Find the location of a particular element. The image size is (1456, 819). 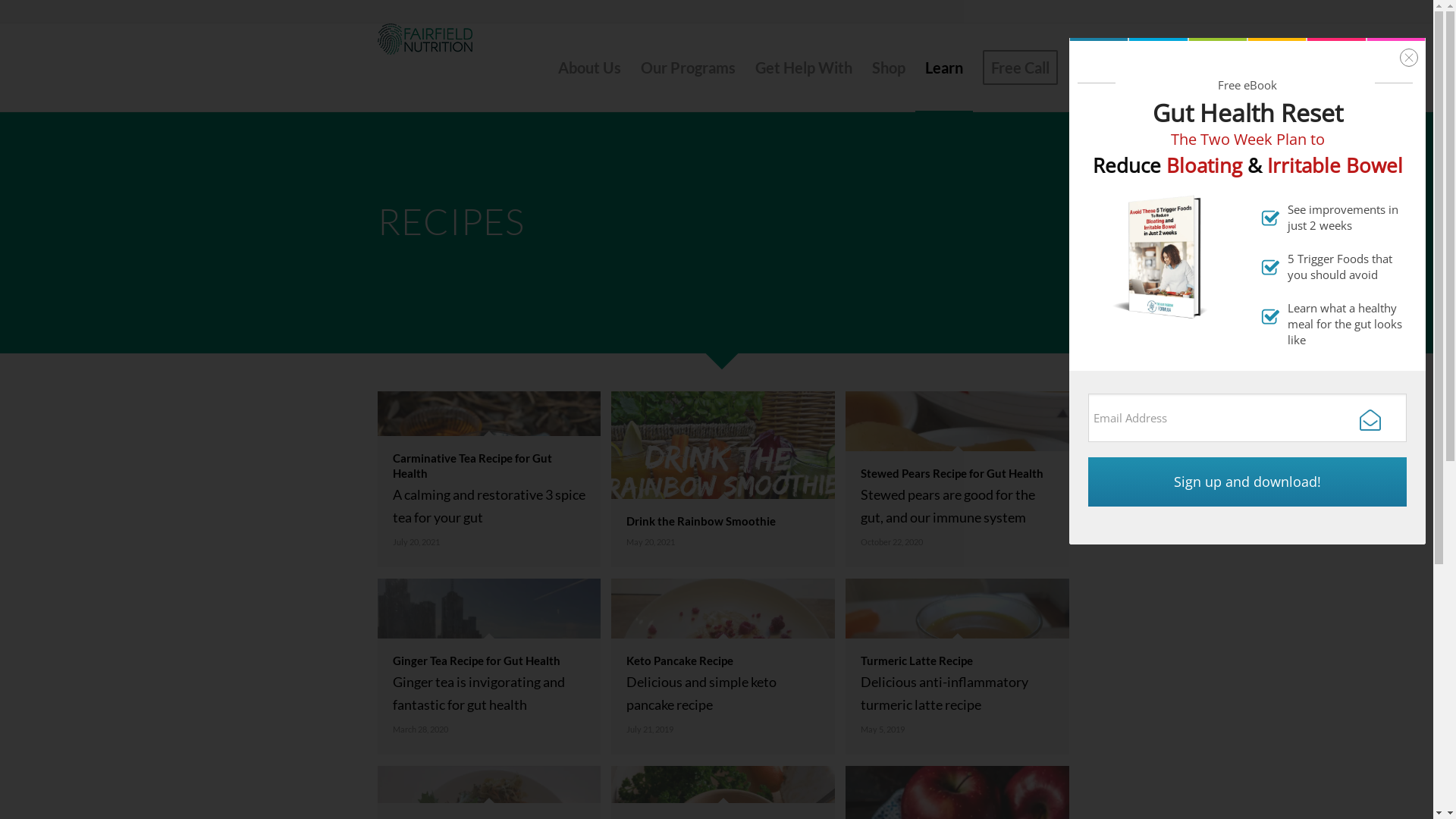

'Learn' is located at coordinates (942, 66).